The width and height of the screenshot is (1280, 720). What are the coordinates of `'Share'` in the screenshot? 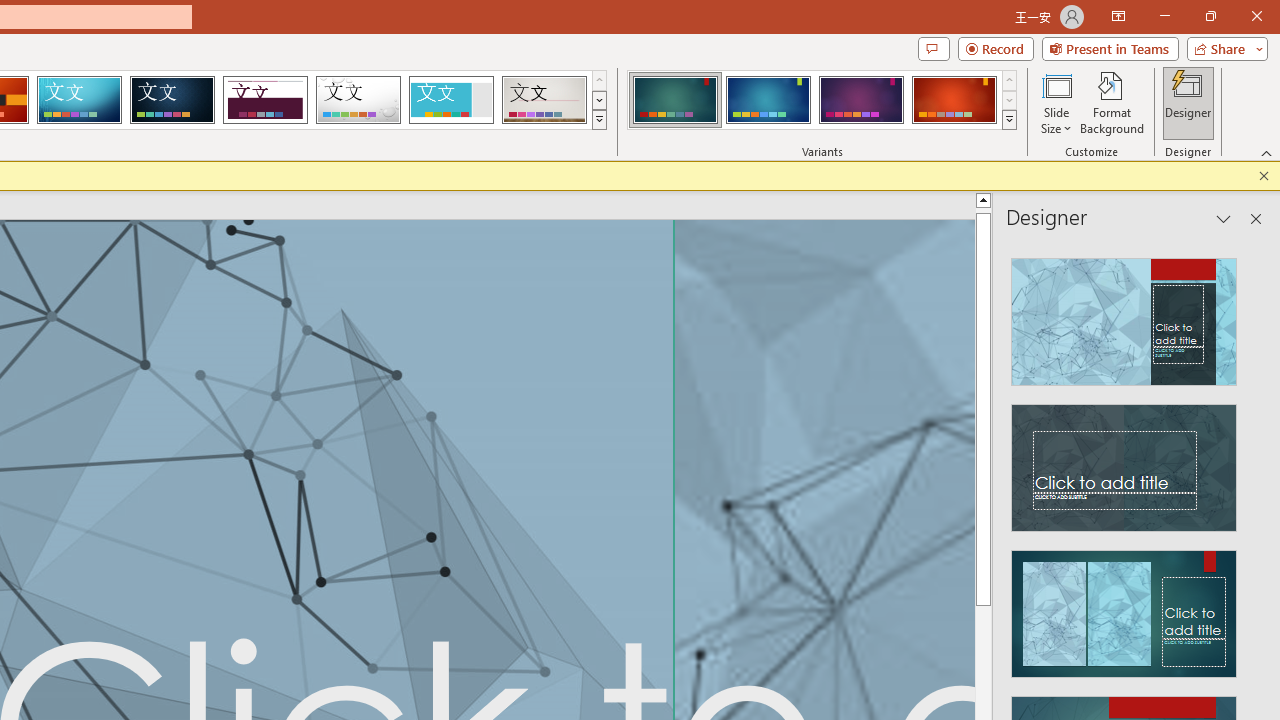 It's located at (1222, 47).